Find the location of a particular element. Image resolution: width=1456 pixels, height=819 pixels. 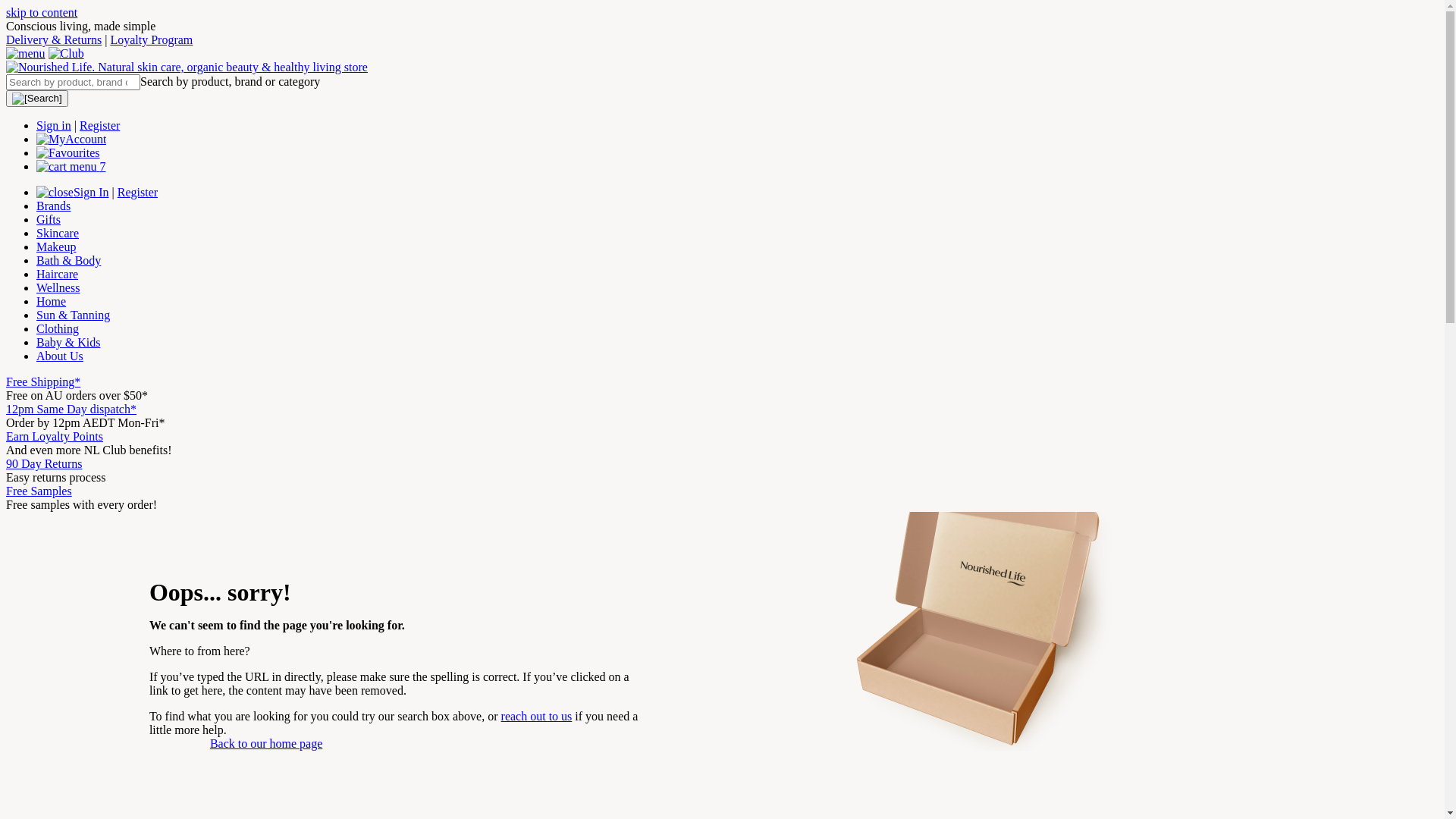

'Delivery & Returns' is located at coordinates (6, 39).